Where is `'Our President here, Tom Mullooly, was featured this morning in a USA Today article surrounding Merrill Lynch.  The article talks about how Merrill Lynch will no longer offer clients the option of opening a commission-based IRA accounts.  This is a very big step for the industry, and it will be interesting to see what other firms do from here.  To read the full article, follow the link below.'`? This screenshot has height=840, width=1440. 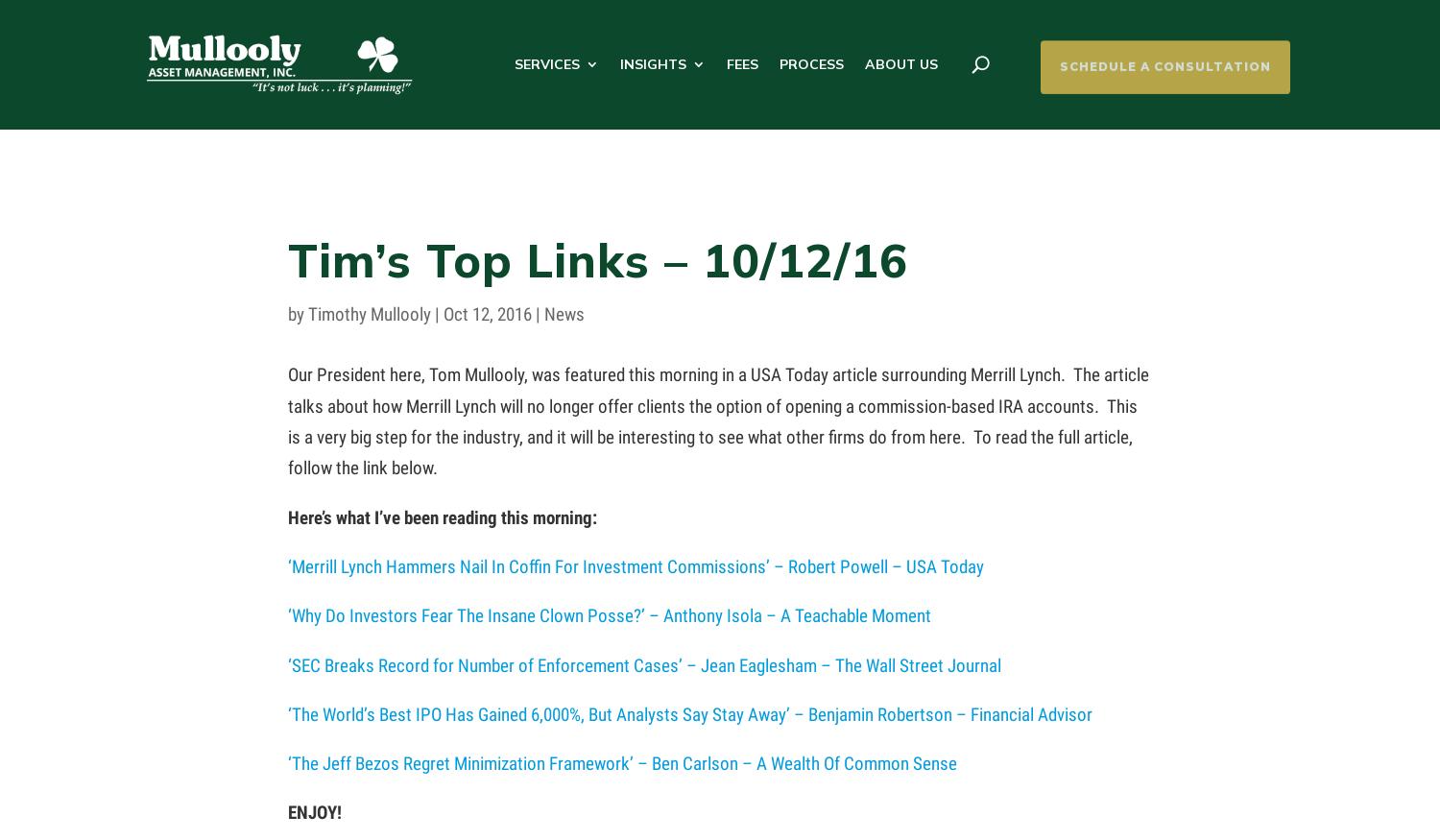 'Our President here, Tom Mullooly, was featured this morning in a USA Today article surrounding Merrill Lynch.  The article talks about how Merrill Lynch will no longer offer clients the option of opening a commission-based IRA accounts.  This is a very big step for the industry, and it will be interesting to see what other firms do from here.  To read the full article, follow the link below.' is located at coordinates (717, 420).